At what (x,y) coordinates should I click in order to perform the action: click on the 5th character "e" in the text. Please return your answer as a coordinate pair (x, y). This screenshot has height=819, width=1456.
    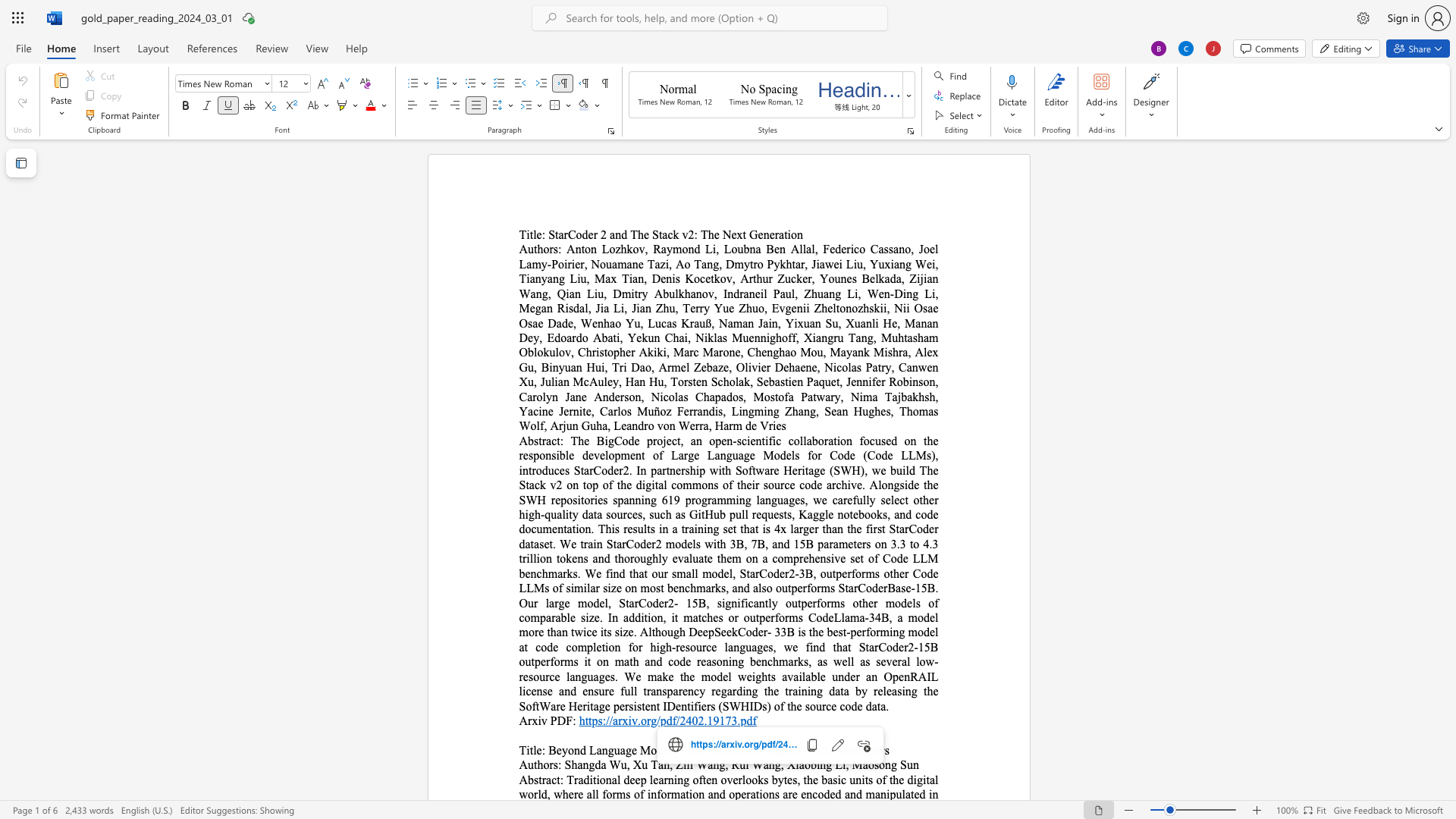
    Looking at the image, I should click on (734, 749).